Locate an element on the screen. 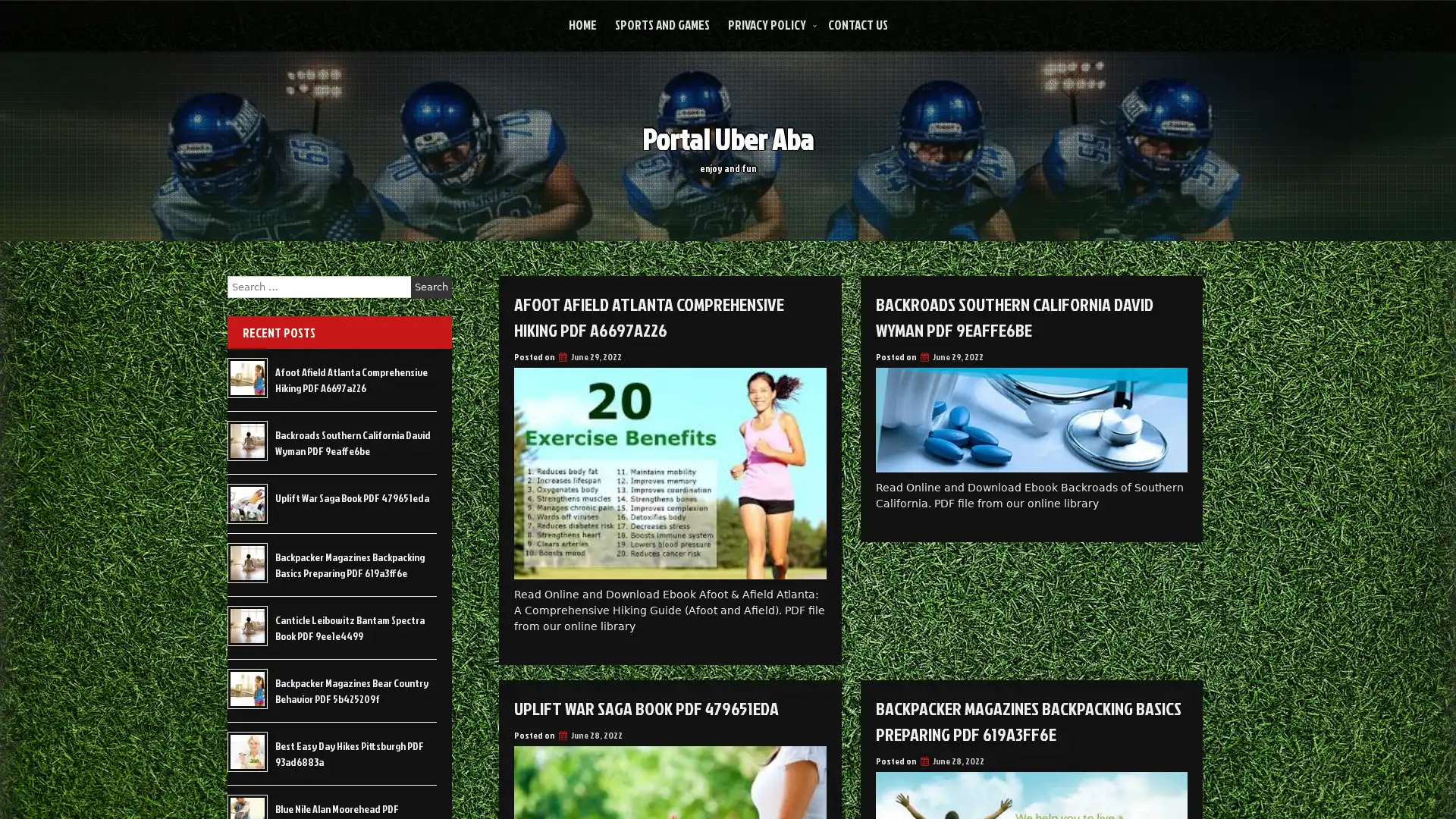 This screenshot has height=819, width=1456. Search is located at coordinates (431, 287).